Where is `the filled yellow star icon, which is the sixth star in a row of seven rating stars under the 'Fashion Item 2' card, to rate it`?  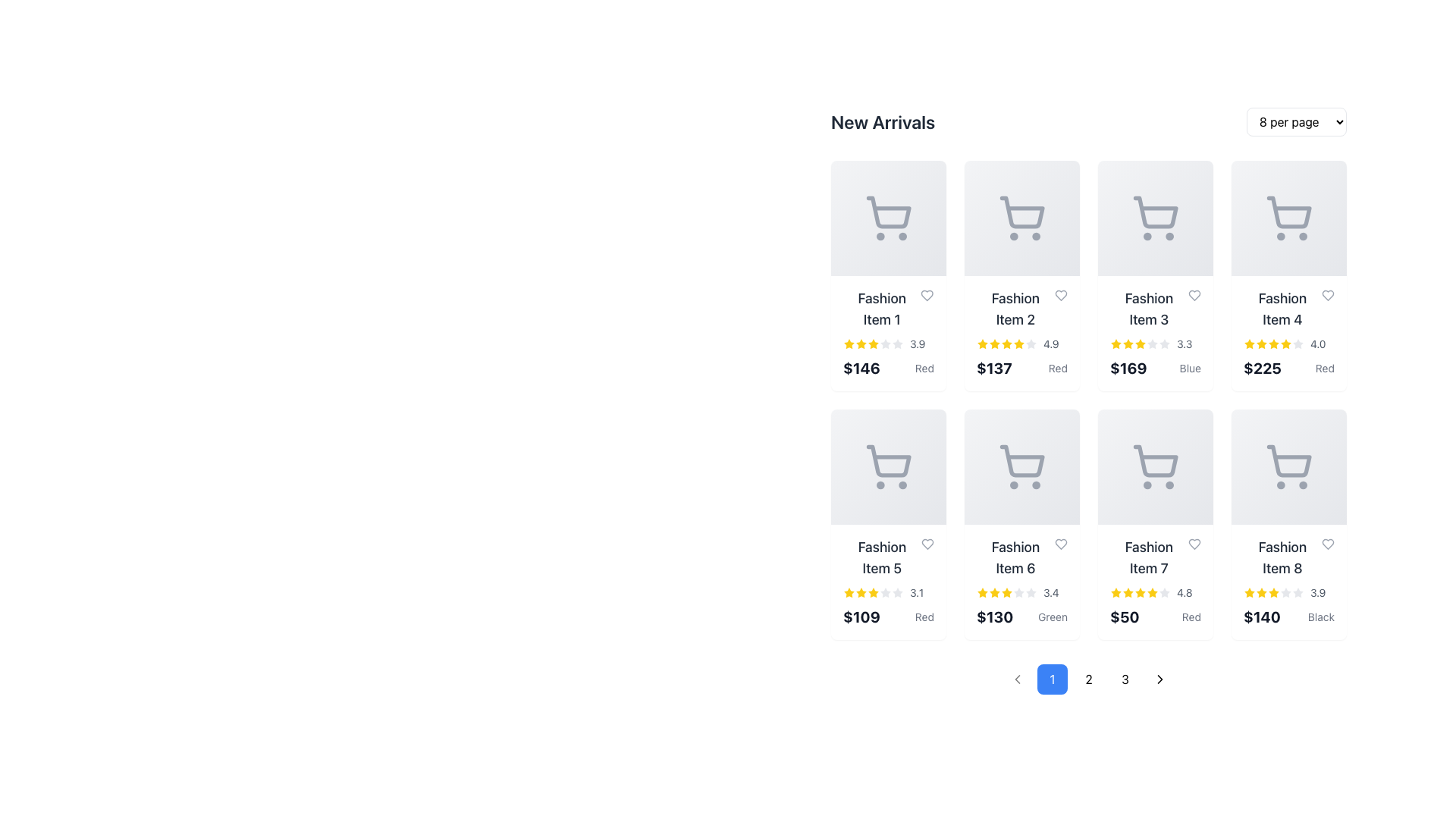
the filled yellow star icon, which is the sixth star in a row of seven rating stars under the 'Fashion Item 2' card, to rate it is located at coordinates (1019, 344).